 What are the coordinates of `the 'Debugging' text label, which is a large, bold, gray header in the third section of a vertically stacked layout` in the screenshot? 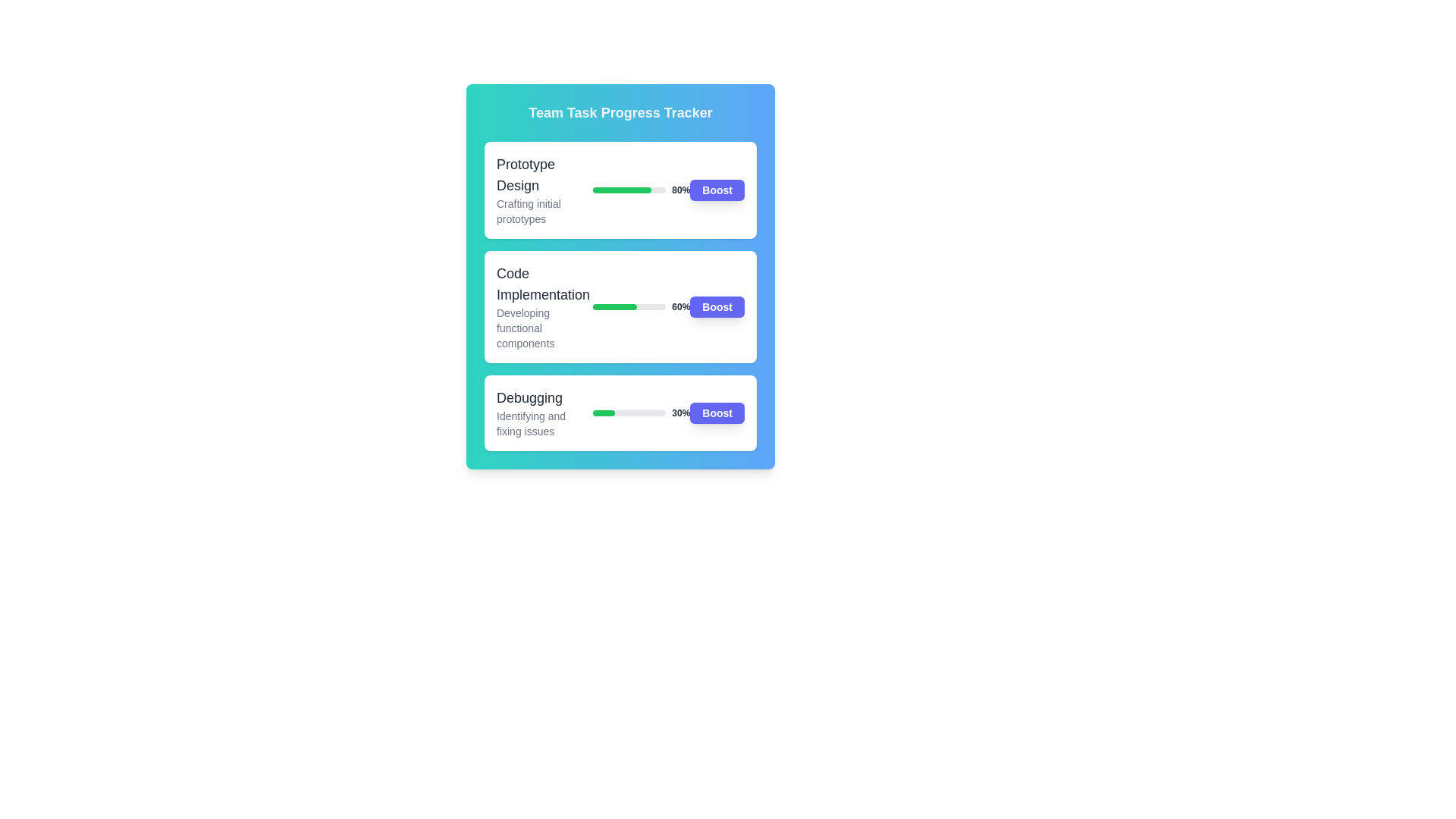 It's located at (544, 397).